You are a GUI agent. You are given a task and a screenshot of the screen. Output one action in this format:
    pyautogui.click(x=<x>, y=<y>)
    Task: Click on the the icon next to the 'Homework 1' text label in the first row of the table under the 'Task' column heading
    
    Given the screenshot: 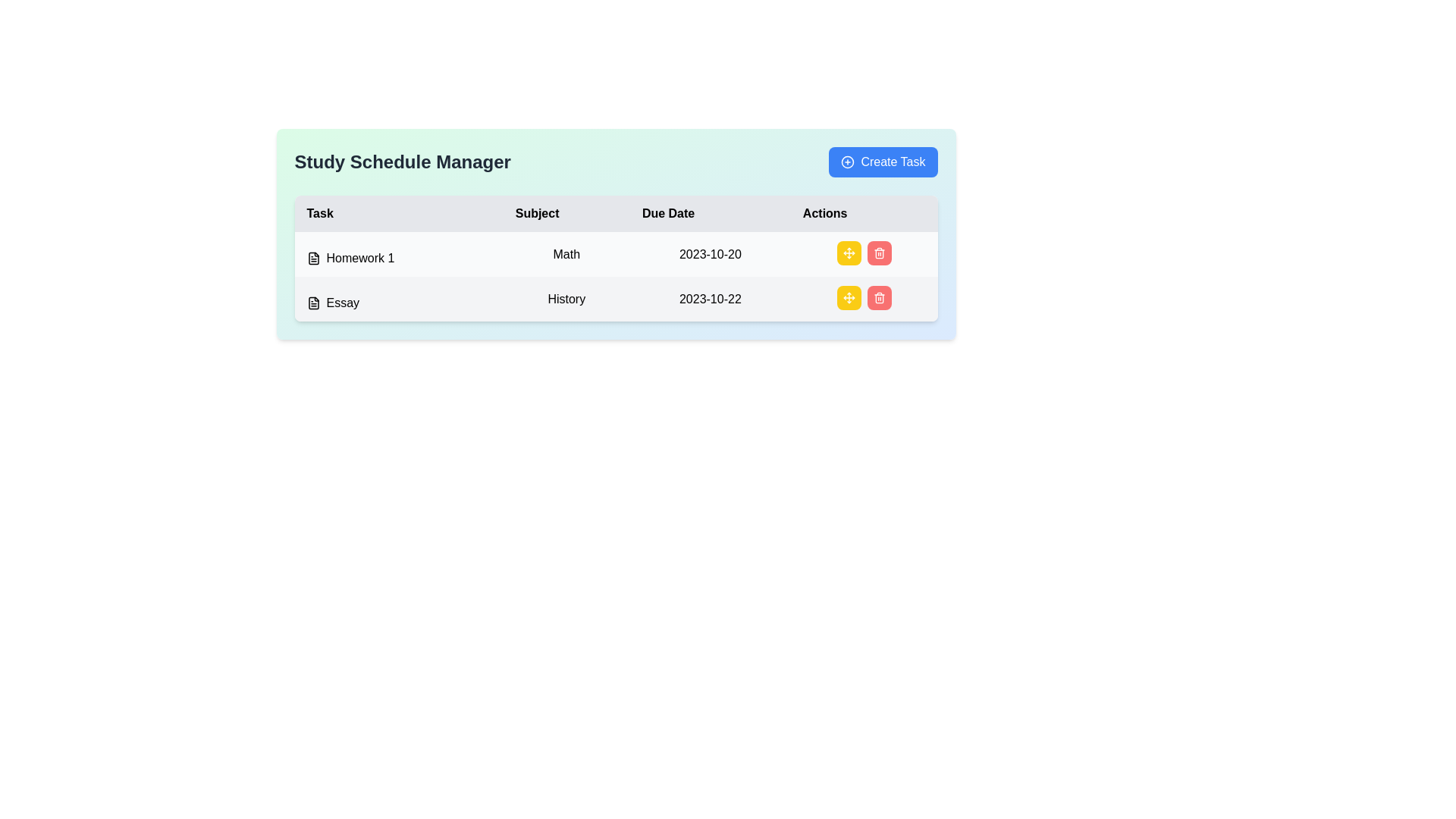 What is the action you would take?
    pyautogui.click(x=399, y=257)
    